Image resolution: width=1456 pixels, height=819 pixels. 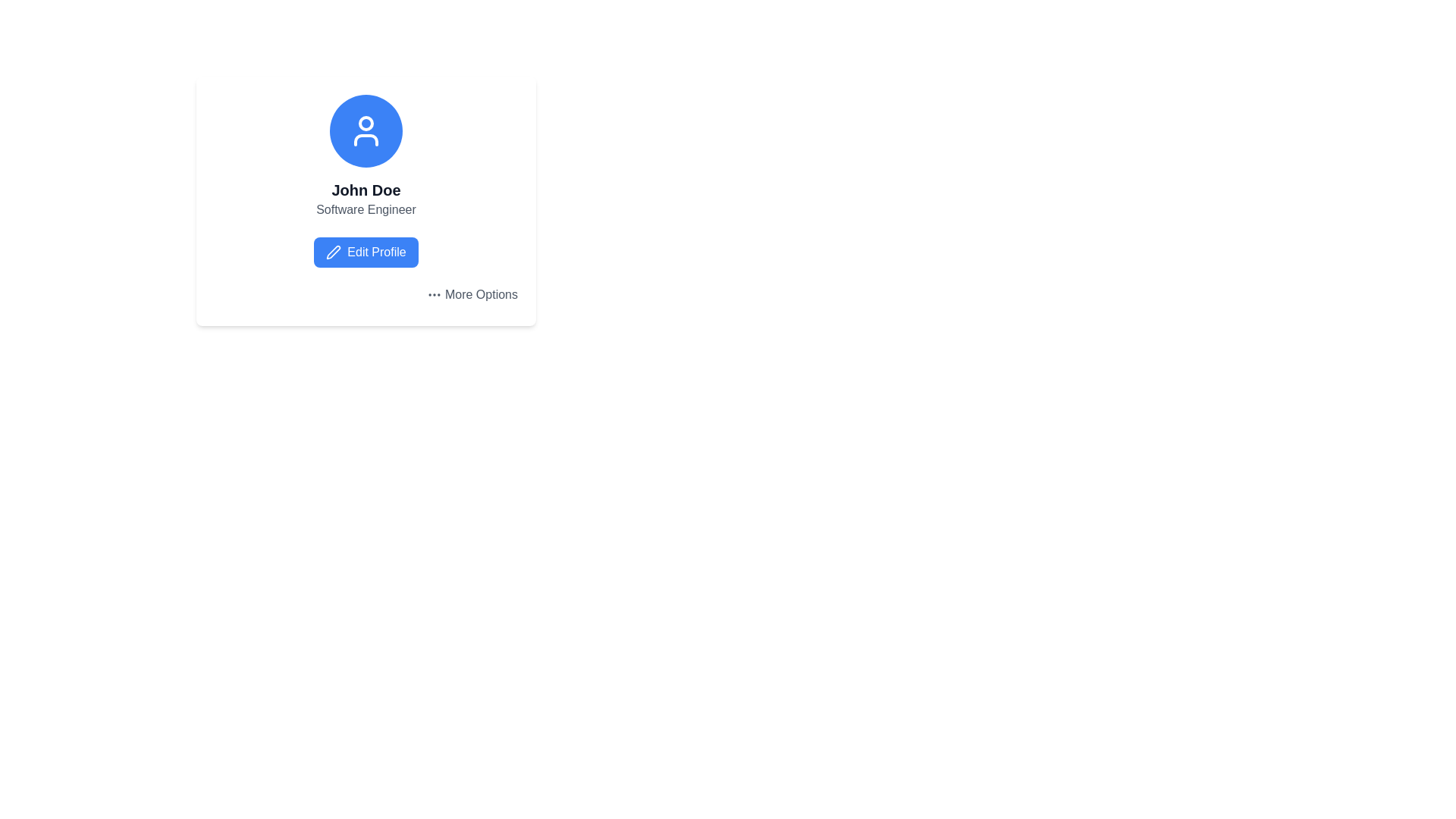 What do you see at coordinates (472, 295) in the screenshot?
I see `the 'More Options' button with three dots icon in the bottom-right corner of the user profile section` at bounding box center [472, 295].